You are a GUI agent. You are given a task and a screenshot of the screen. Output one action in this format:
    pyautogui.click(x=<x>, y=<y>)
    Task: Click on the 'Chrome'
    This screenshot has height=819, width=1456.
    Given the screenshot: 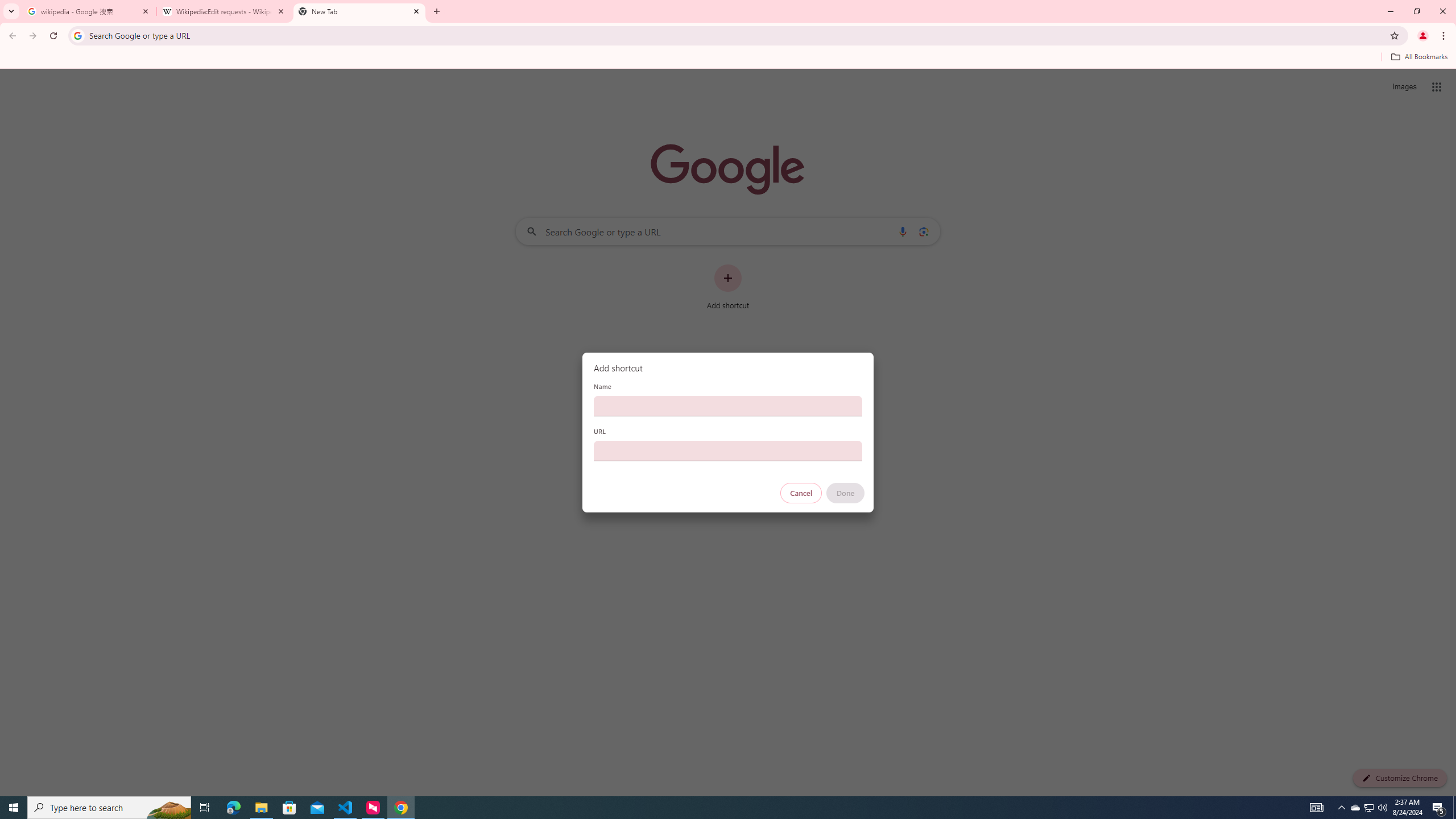 What is the action you would take?
    pyautogui.click(x=1444, y=35)
    